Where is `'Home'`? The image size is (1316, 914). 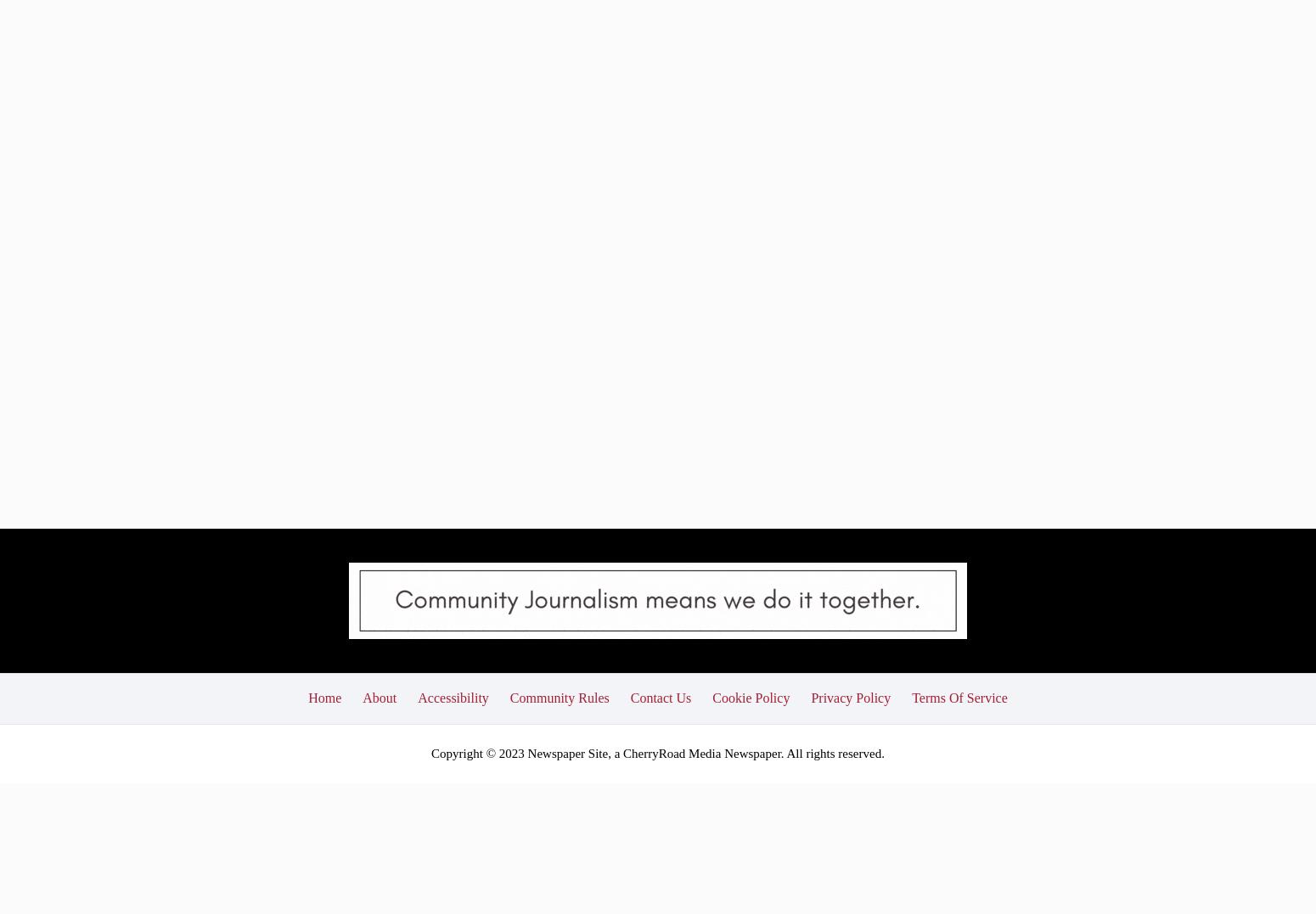
'Home' is located at coordinates (307, 572).